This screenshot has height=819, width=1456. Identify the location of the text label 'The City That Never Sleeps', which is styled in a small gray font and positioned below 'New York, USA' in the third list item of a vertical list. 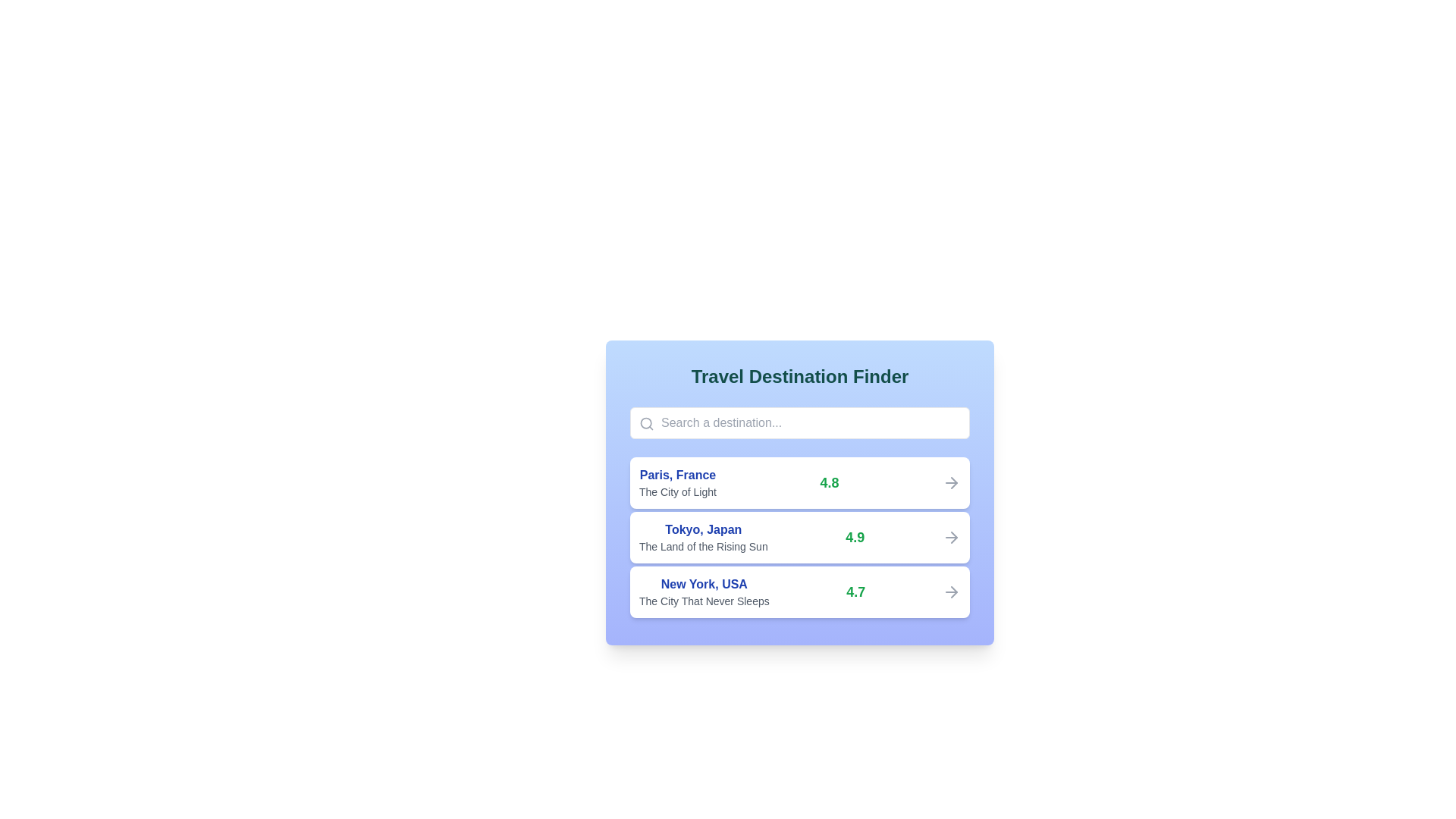
(703, 601).